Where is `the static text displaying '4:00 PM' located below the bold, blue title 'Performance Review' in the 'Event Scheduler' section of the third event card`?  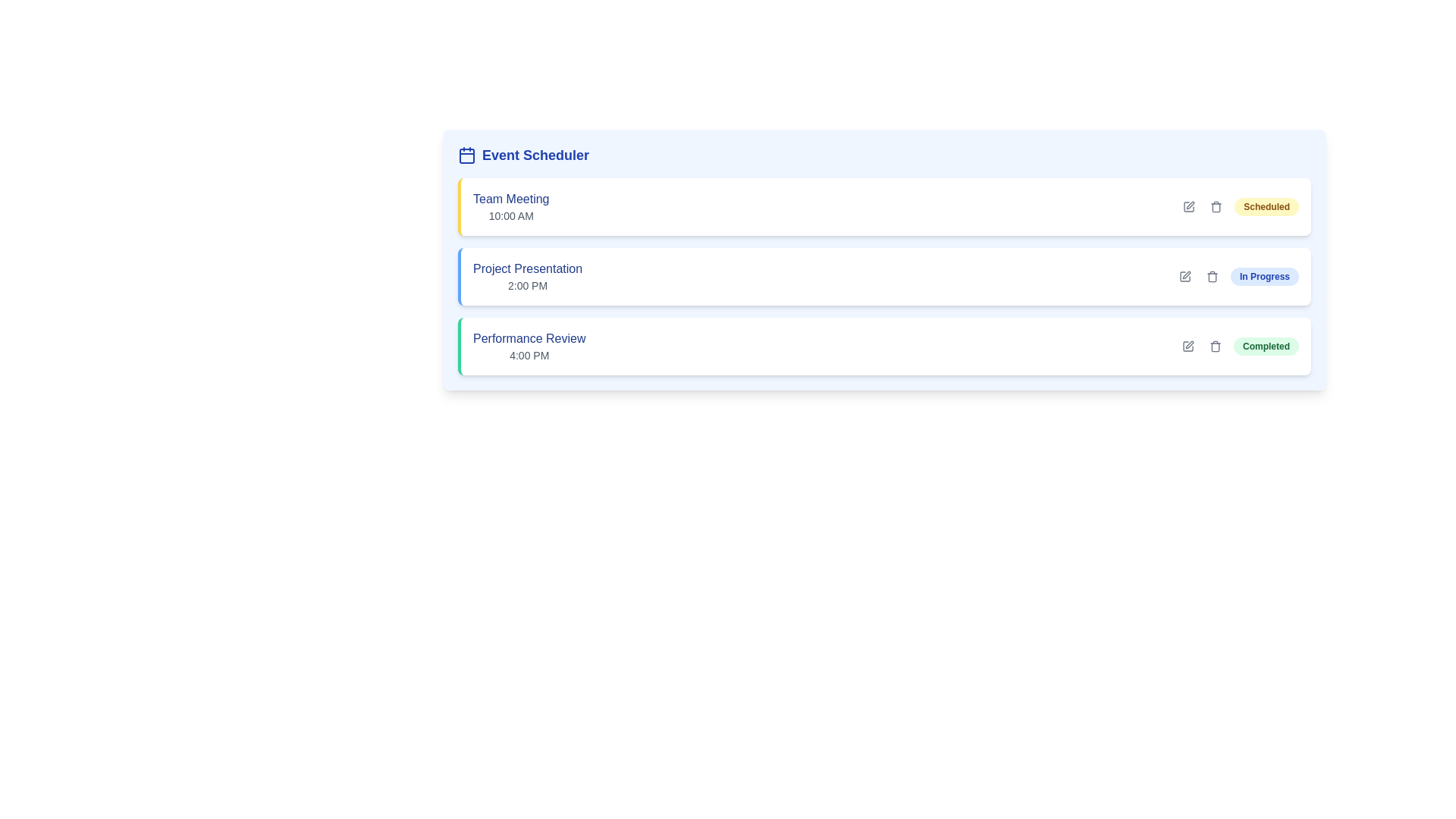 the static text displaying '4:00 PM' located below the bold, blue title 'Performance Review' in the 'Event Scheduler' section of the third event card is located at coordinates (529, 356).